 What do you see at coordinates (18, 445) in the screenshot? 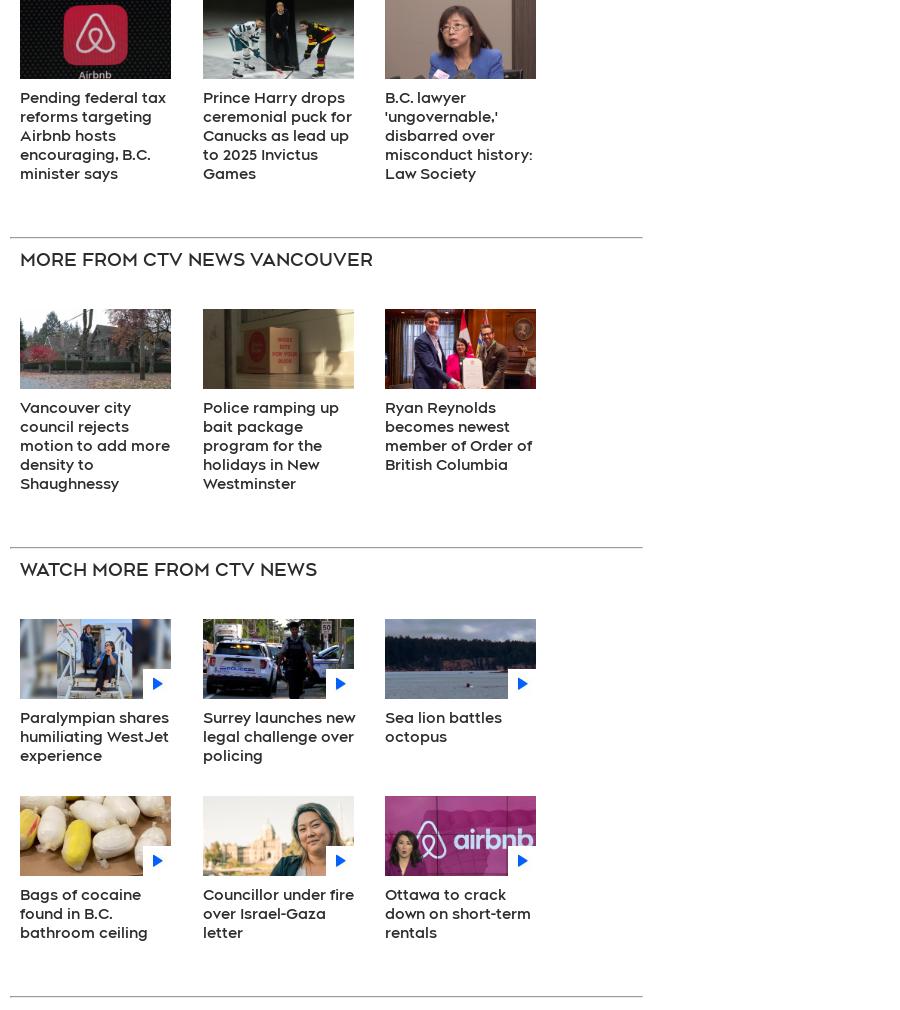
I see `'Vancouver city council rejects motion to add more density to Shaughnessy'` at bounding box center [18, 445].